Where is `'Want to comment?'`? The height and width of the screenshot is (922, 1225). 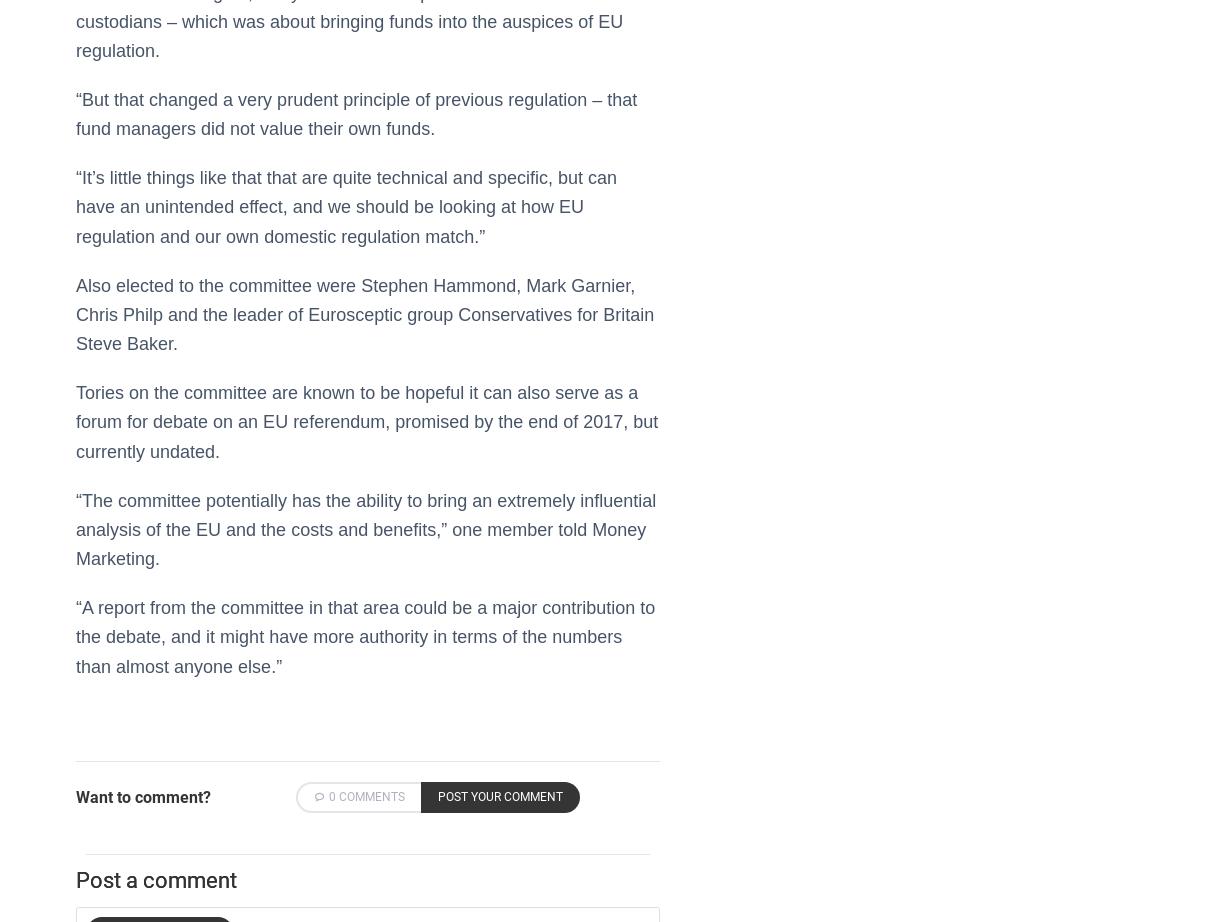 'Want to comment?' is located at coordinates (142, 795).